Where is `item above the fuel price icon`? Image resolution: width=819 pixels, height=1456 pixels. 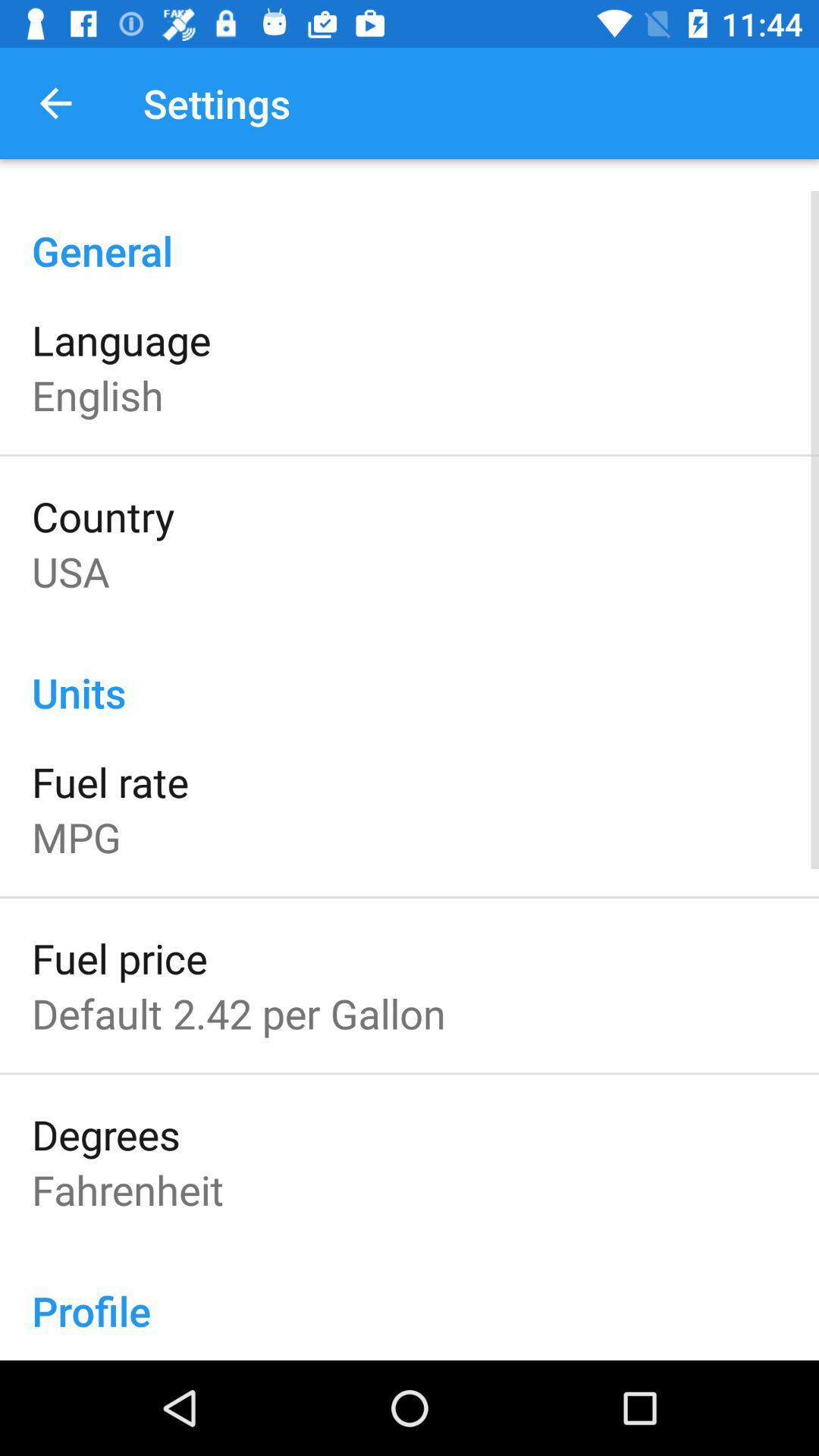
item above the fuel price icon is located at coordinates (76, 836).